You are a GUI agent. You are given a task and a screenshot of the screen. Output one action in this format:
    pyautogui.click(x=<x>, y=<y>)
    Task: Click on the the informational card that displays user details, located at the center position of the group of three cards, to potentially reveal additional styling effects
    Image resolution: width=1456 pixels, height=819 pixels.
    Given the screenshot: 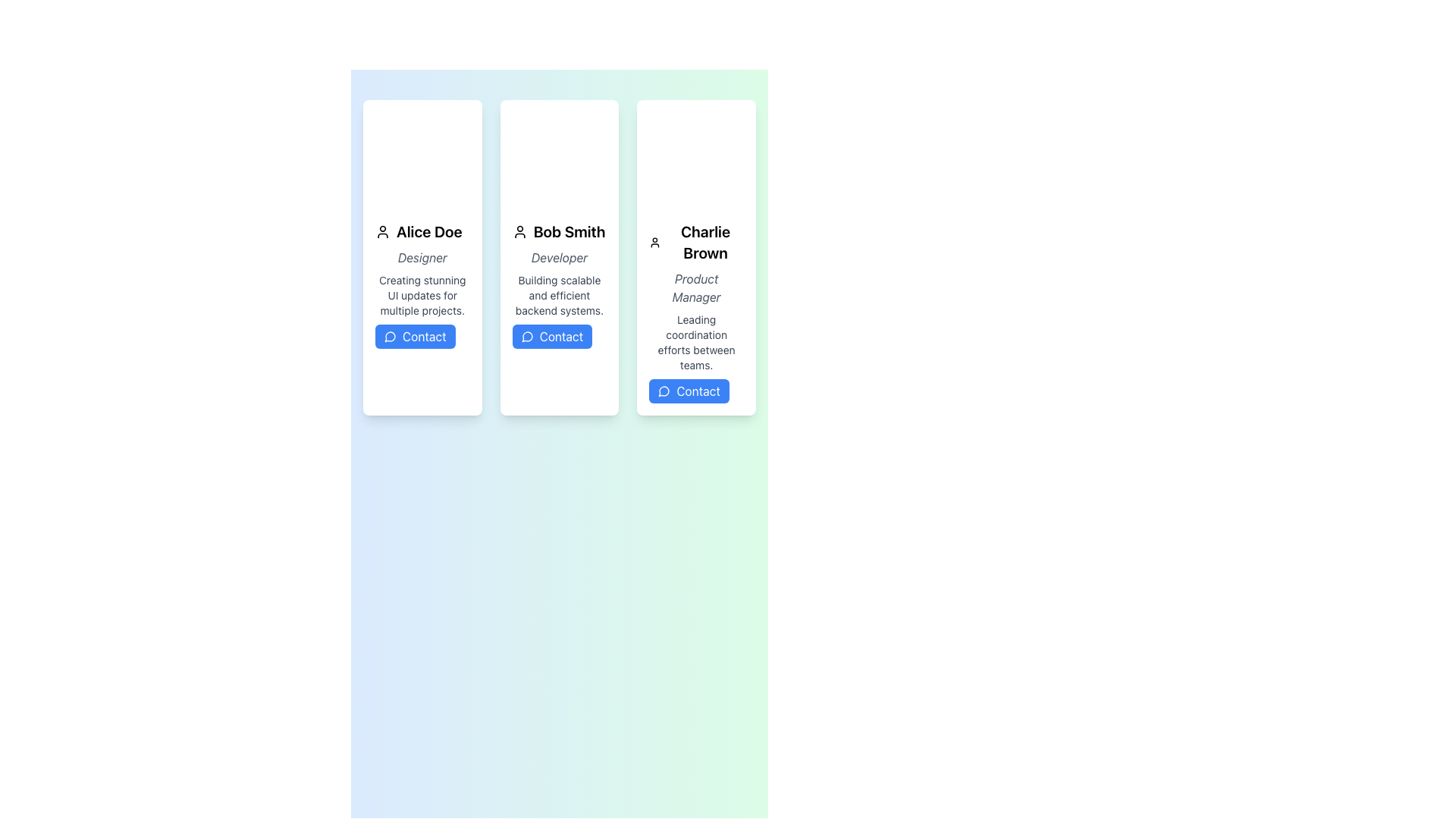 What is the action you would take?
    pyautogui.click(x=559, y=256)
    